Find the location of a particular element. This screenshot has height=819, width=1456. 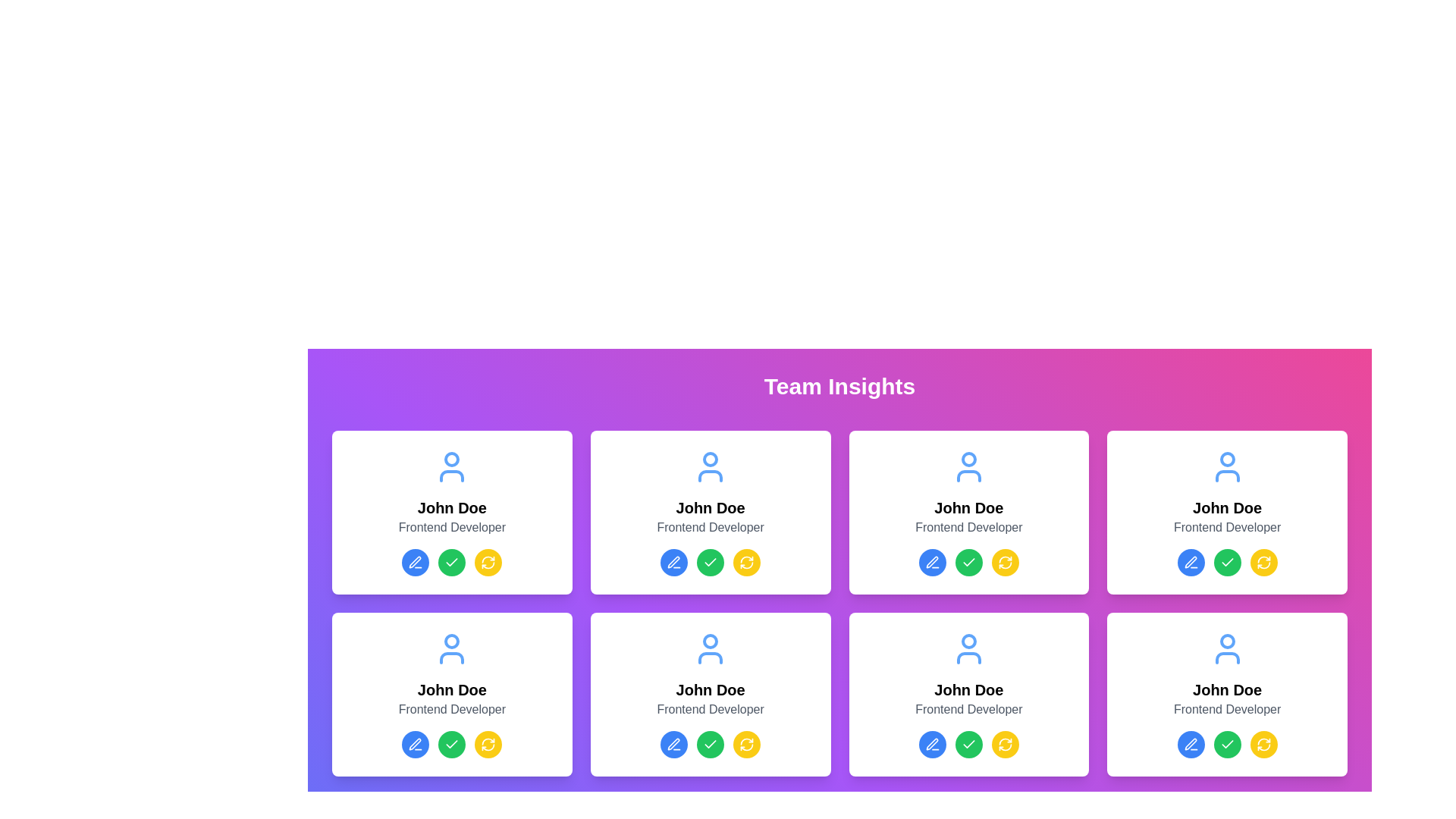

the green checkmark icon within the circular button located below the 'John Doe' profile card to confirm an action is located at coordinates (451, 743).